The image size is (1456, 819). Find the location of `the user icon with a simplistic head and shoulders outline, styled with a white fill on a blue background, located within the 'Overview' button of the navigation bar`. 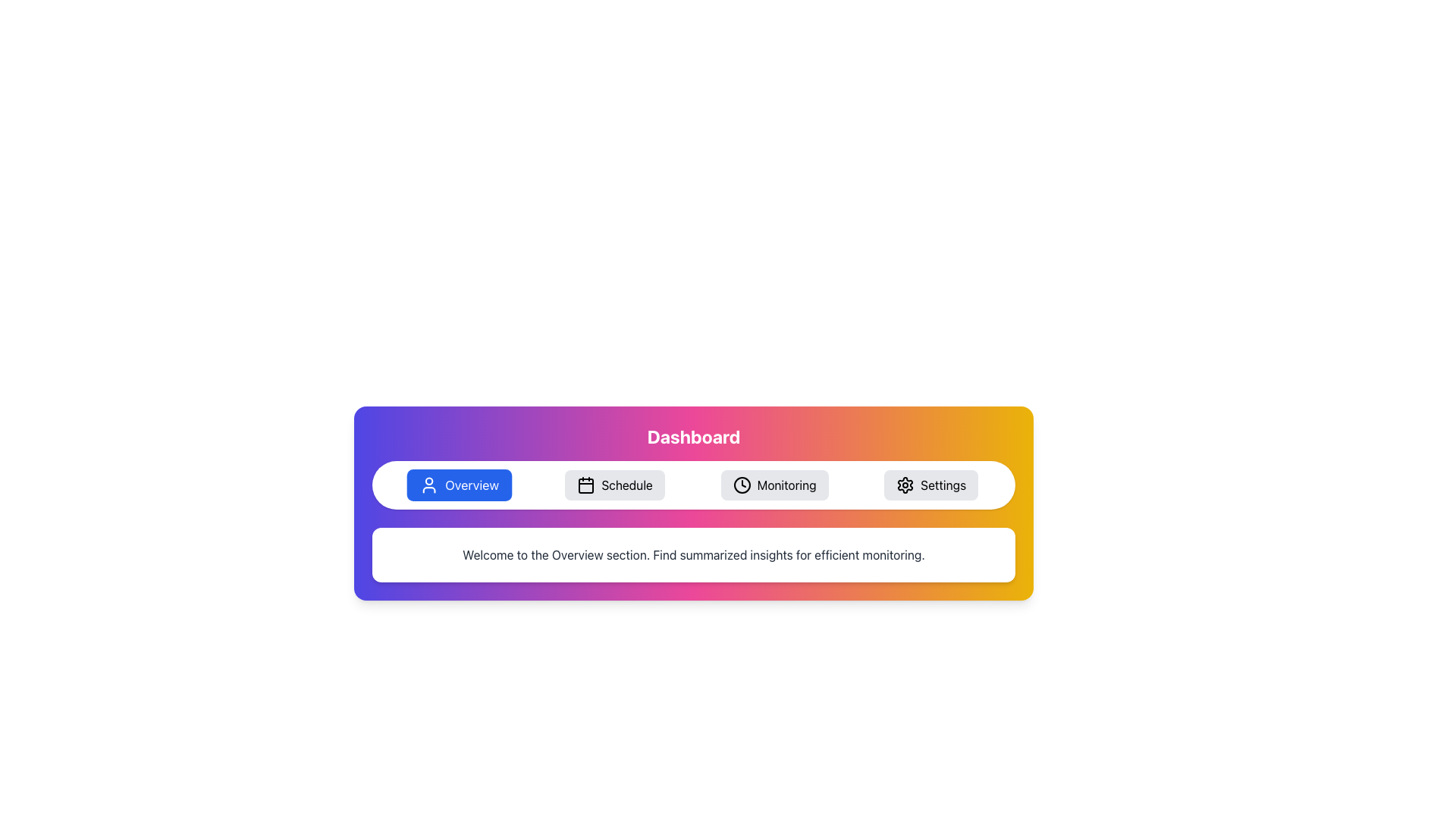

the user icon with a simplistic head and shoulders outline, styled with a white fill on a blue background, located within the 'Overview' button of the navigation bar is located at coordinates (428, 485).